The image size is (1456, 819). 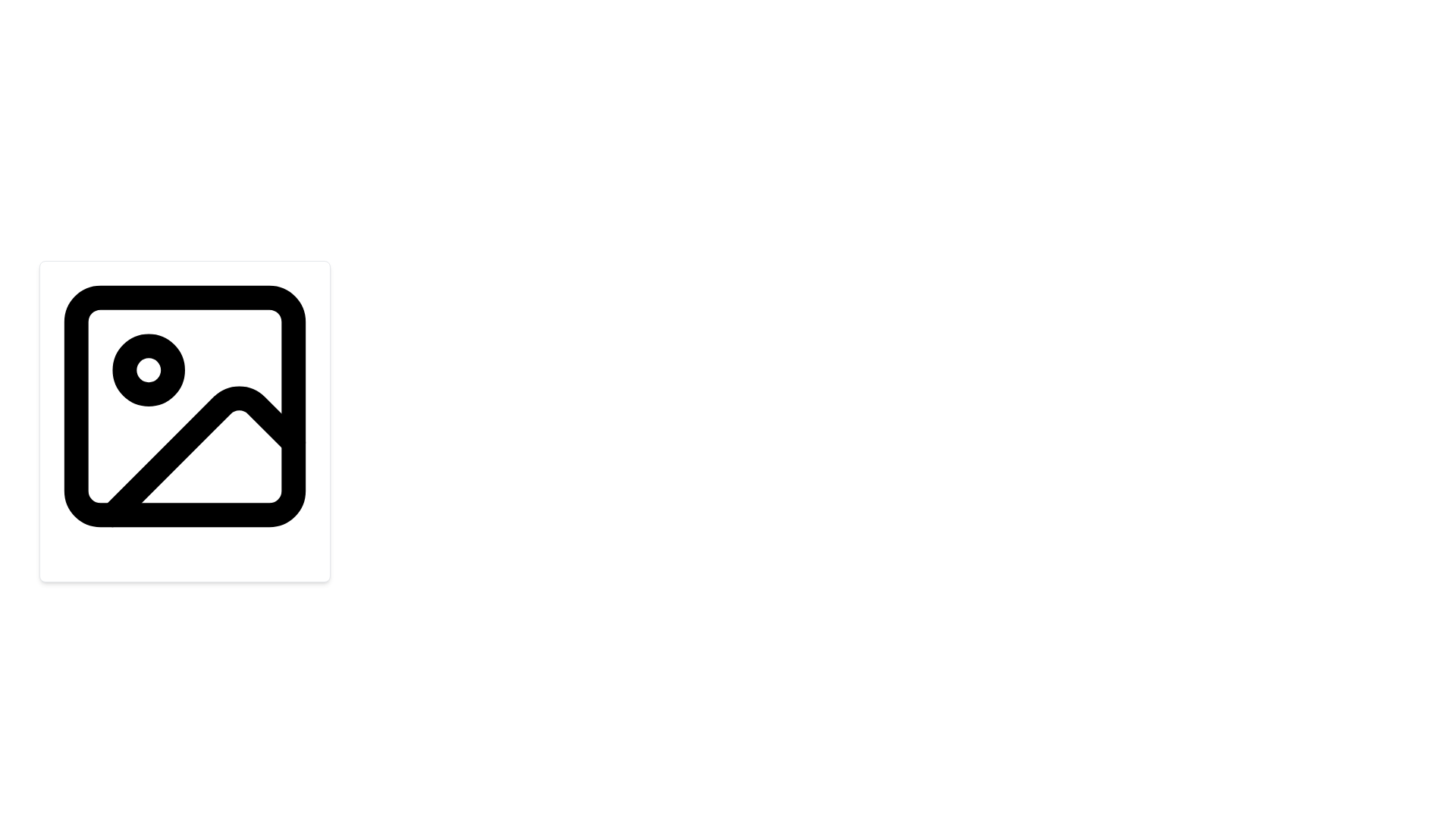 I want to click on the small outlined circle located near the top-left portion of the user icon, which is part of an SVG graphic, so click(x=184, y=400).